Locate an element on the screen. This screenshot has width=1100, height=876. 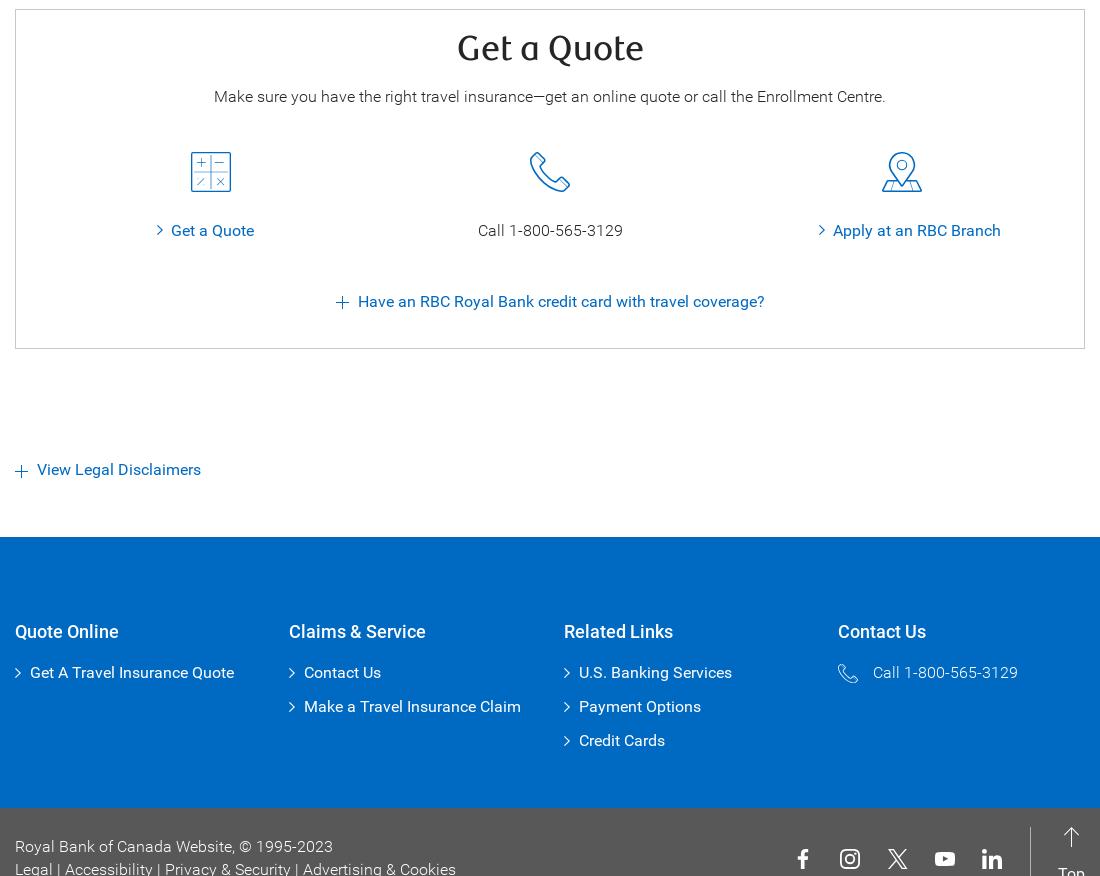
'Make a Travel Insurance Claim' is located at coordinates (303, 705).